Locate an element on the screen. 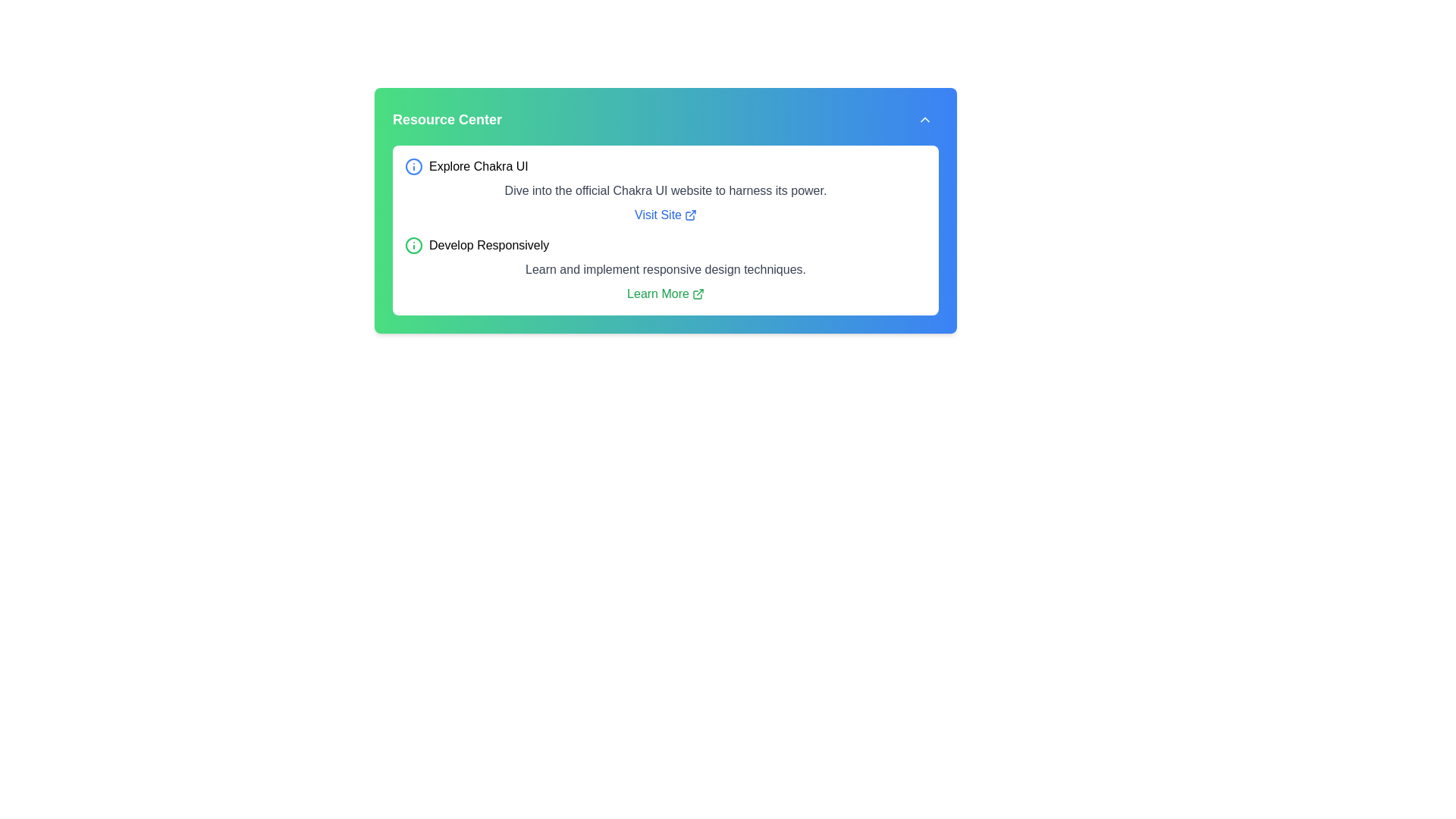 The width and height of the screenshot is (1456, 819). the 'Visit Site' hyperlink with an external-link icon located in the 'Explore Chakra UI' section is located at coordinates (666, 215).